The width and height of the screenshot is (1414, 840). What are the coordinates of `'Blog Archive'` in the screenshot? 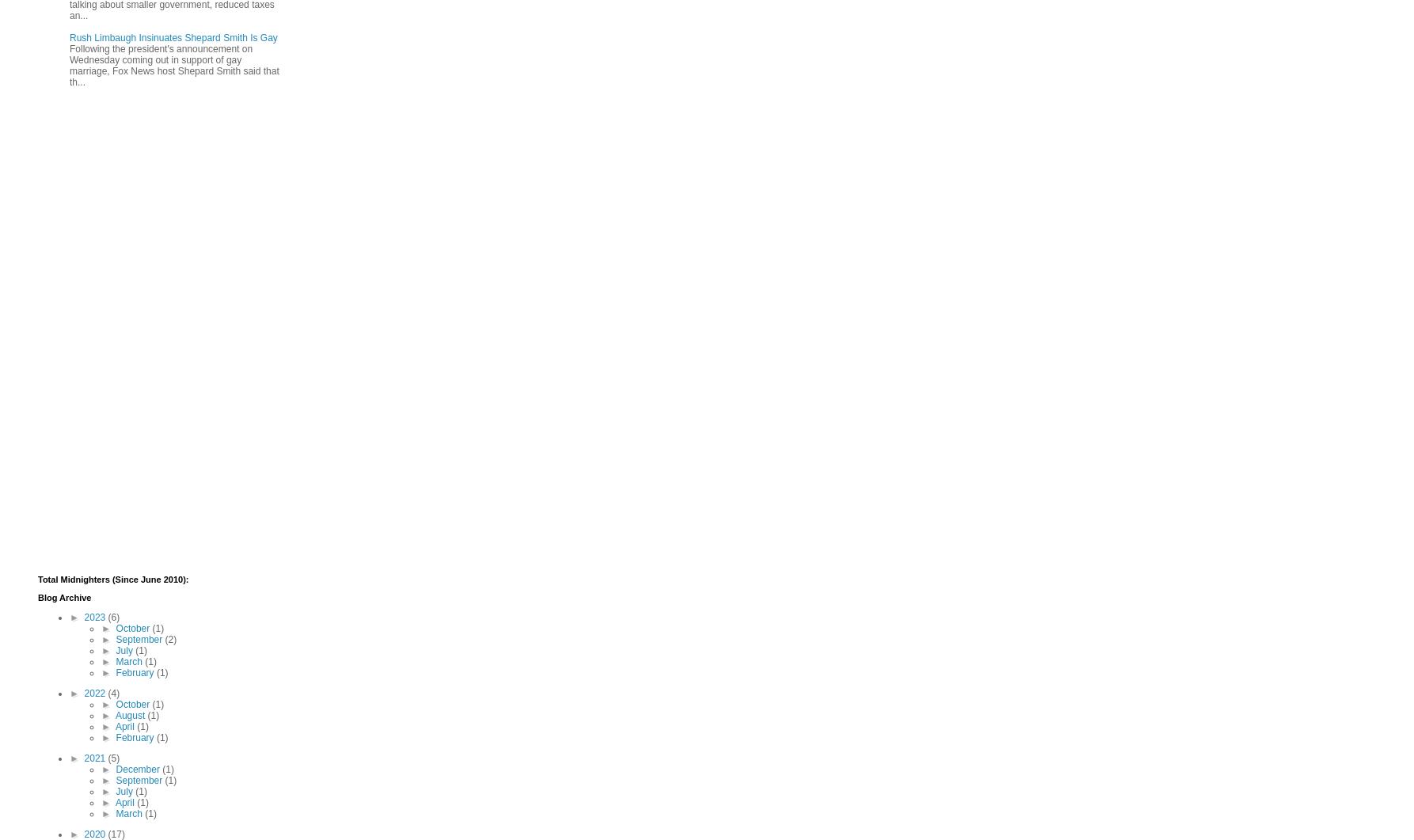 It's located at (64, 597).